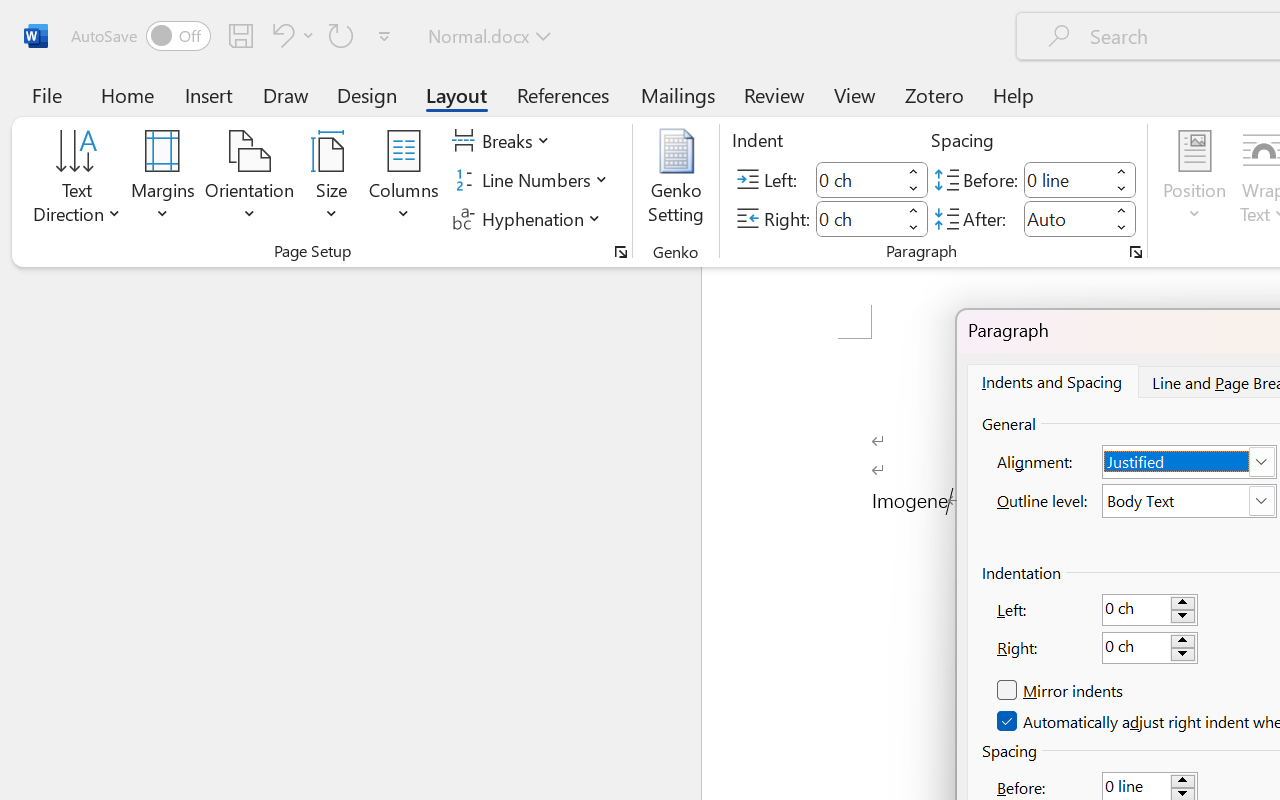 The image size is (1280, 800). What do you see at coordinates (1050, 380) in the screenshot?
I see `'Indents and Spacing'` at bounding box center [1050, 380].